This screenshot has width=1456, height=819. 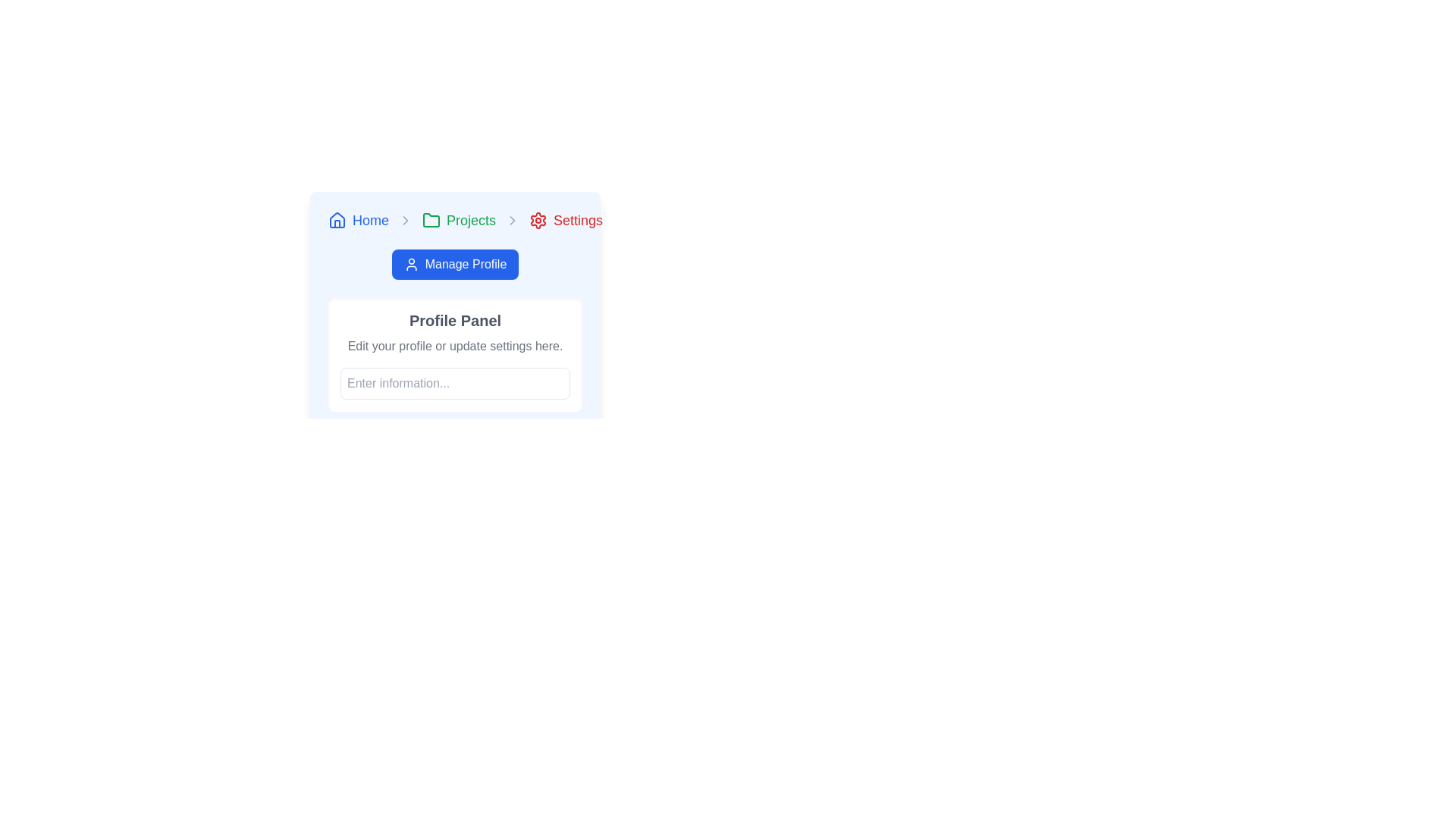 What do you see at coordinates (458, 220) in the screenshot?
I see `the 'Projects' link in the breadcrumb navigation bar` at bounding box center [458, 220].